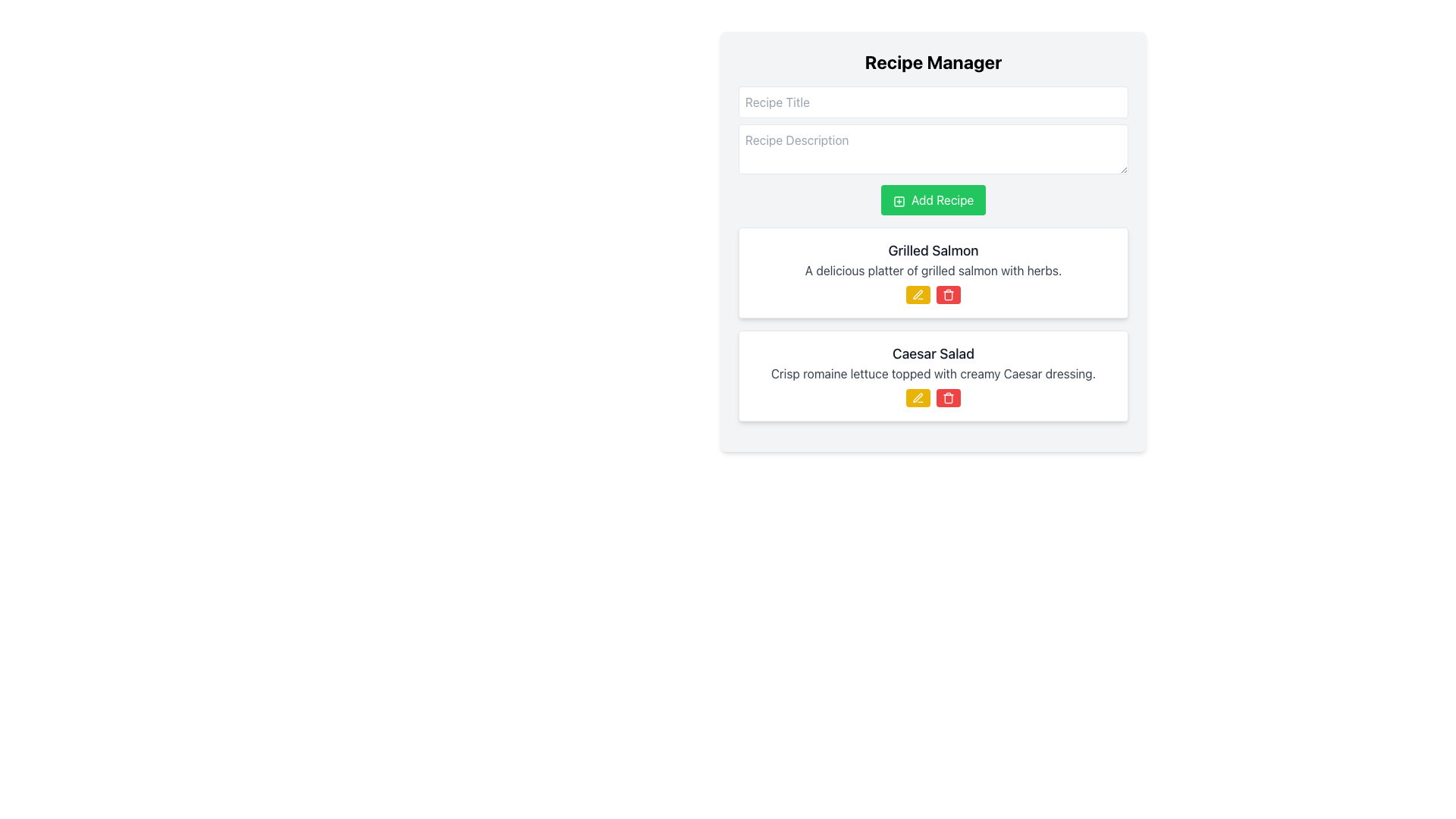 The image size is (1456, 819). Describe the element at coordinates (948, 397) in the screenshot. I see `the delete button located in the bottom-right corner of the 'Caesar Salad' recipe card` at that location.